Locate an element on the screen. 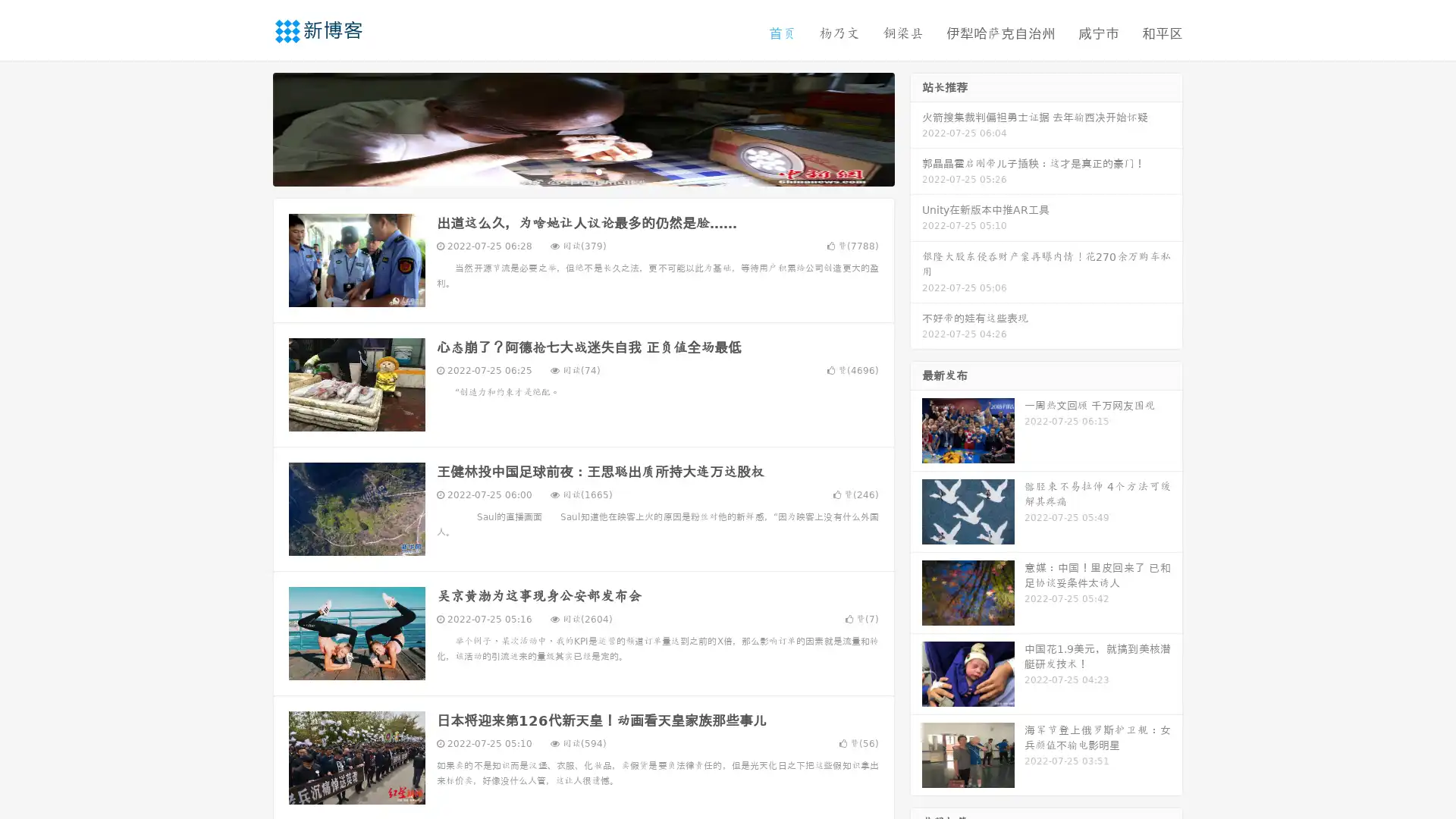 The image size is (1456, 819). Next slide is located at coordinates (916, 127).